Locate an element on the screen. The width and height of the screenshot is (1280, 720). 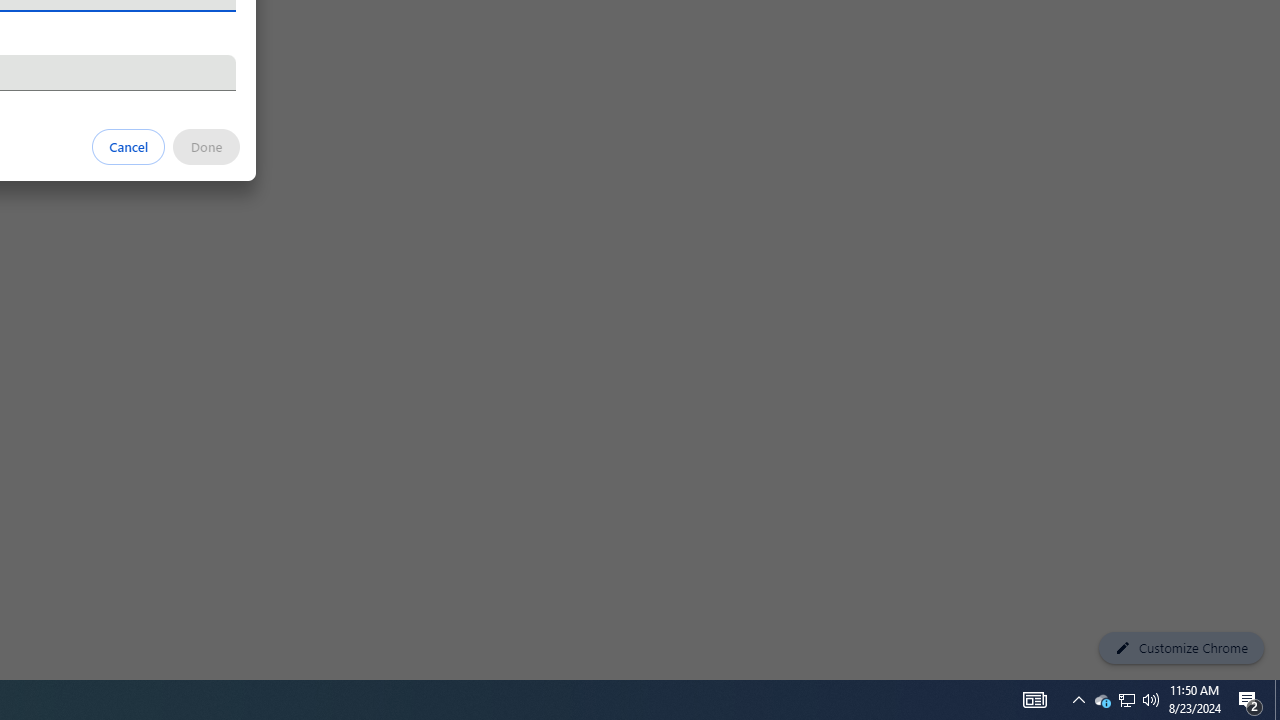
'Cancel' is located at coordinates (128, 145).